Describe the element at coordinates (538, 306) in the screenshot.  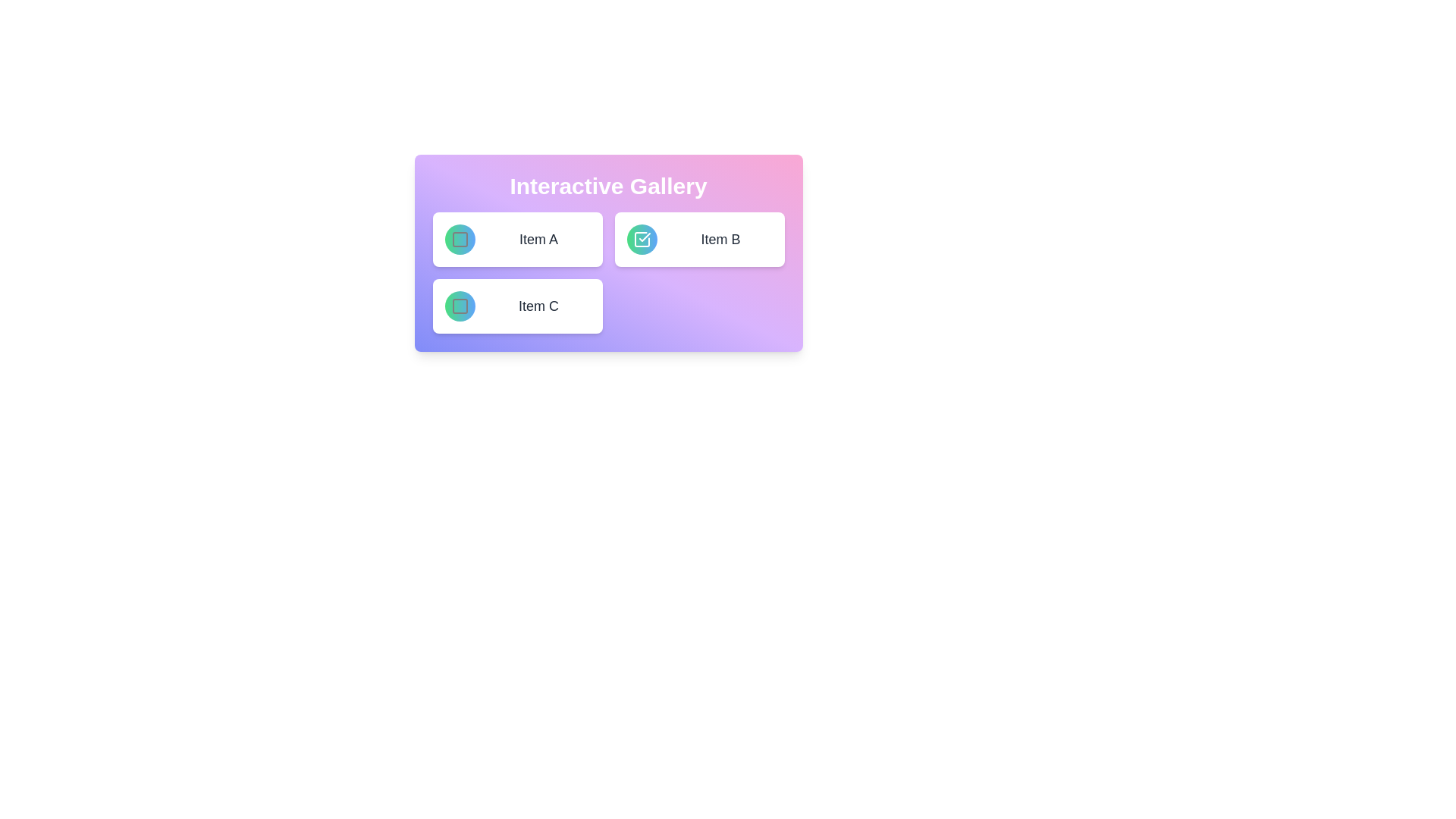
I see `the Text label for 'Item C', which is positioned in the second row of the gallery layout, right-aligned next to a circular icon` at that location.